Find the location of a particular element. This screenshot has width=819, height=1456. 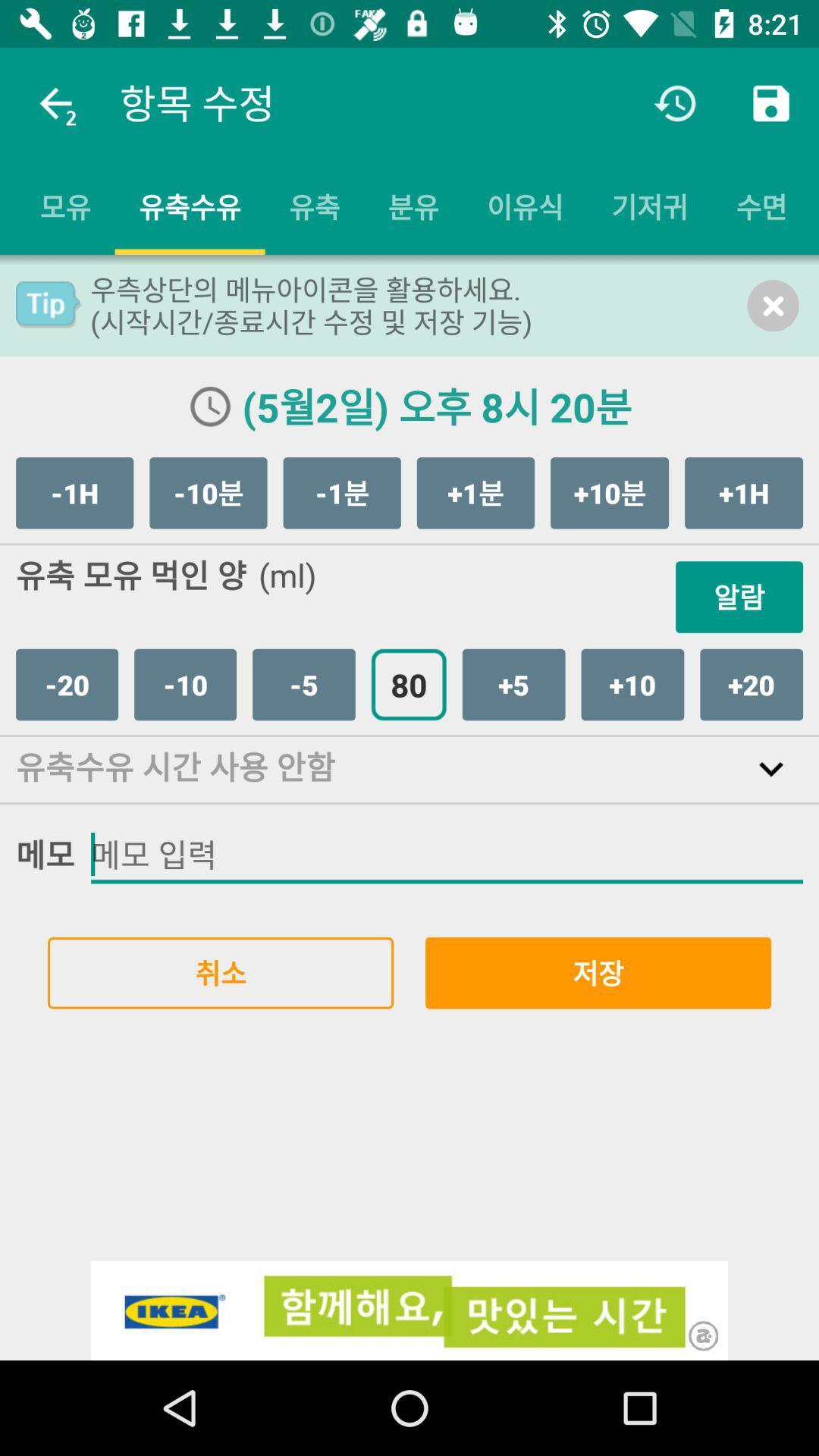

80 icon is located at coordinates (408, 683).